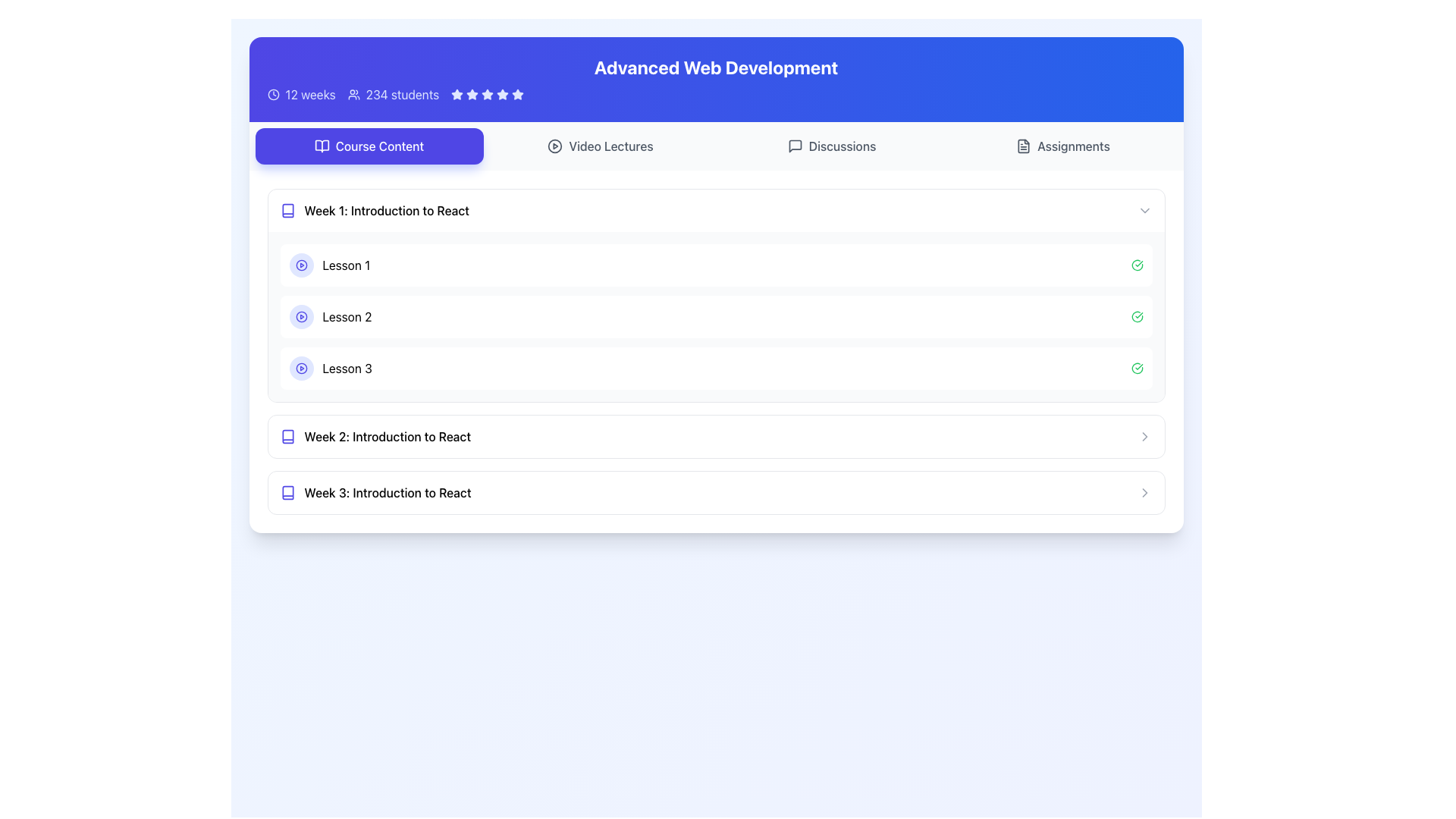 The image size is (1456, 819). Describe the element at coordinates (554, 146) in the screenshot. I see `the play icon located to the left of the 'Video Lectures' text, which likely represents a video-related action` at that location.